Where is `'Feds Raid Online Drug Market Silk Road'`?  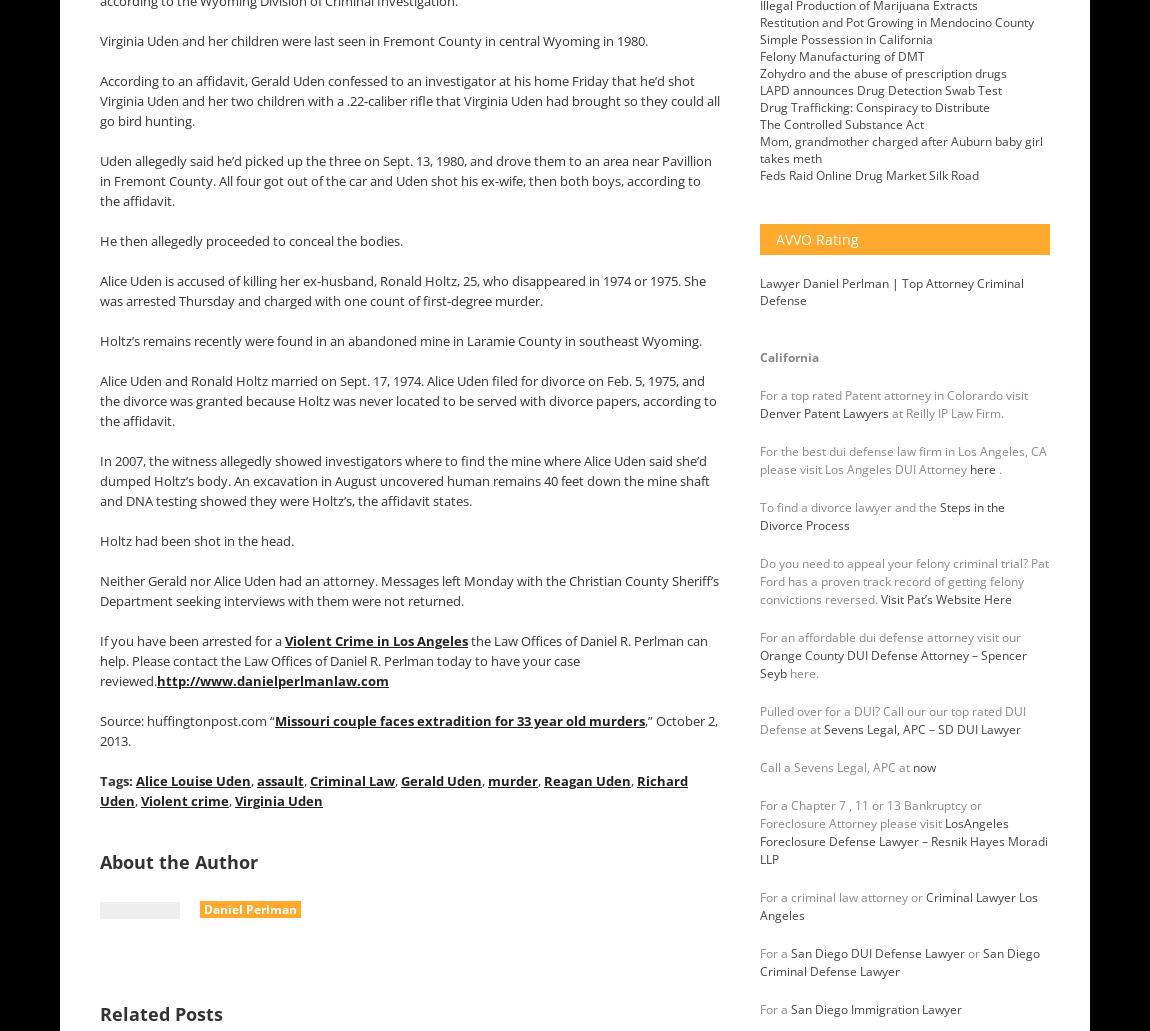 'Feds Raid Online Drug Market Silk Road' is located at coordinates (869, 174).